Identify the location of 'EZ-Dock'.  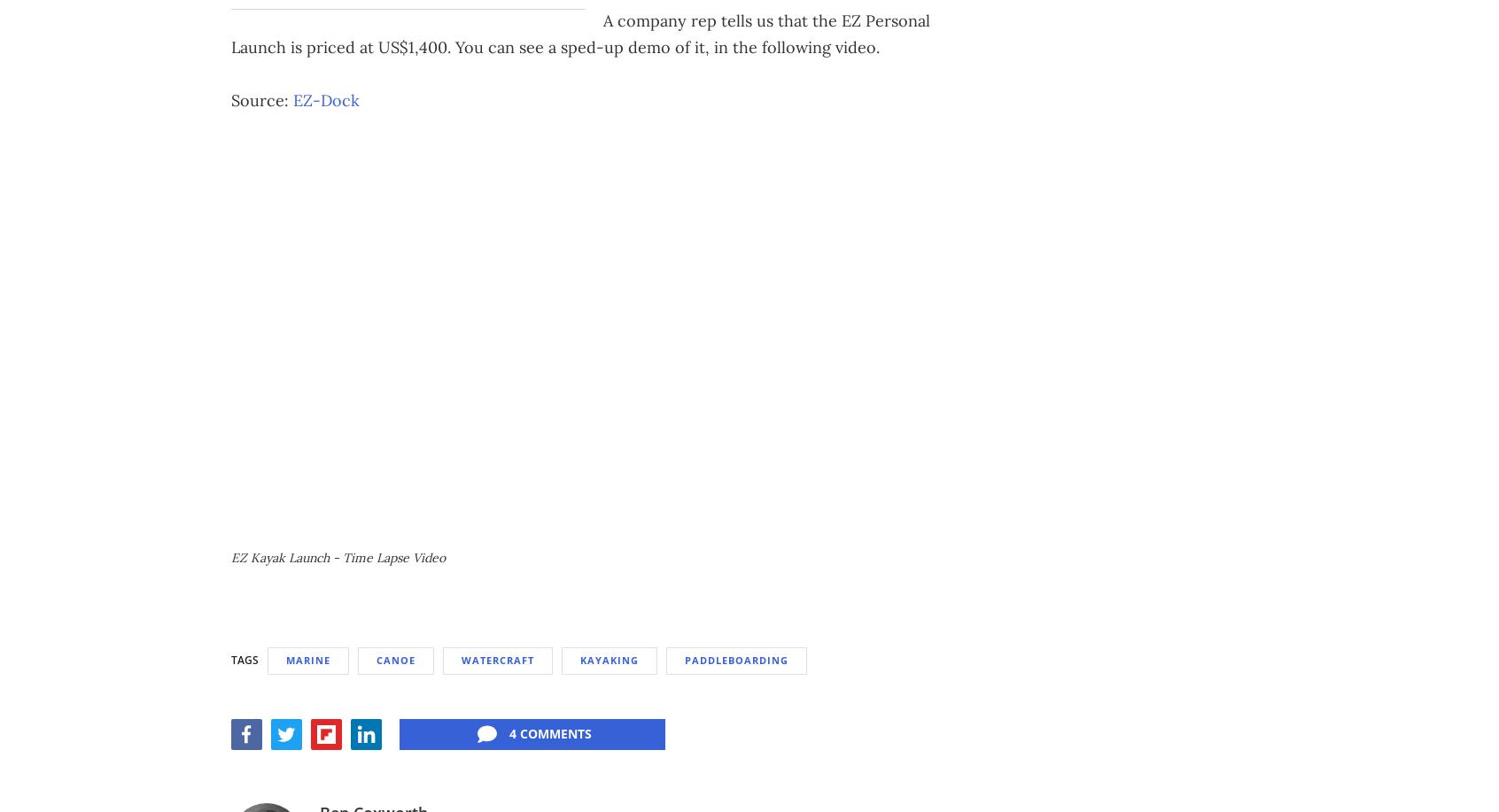
(326, 98).